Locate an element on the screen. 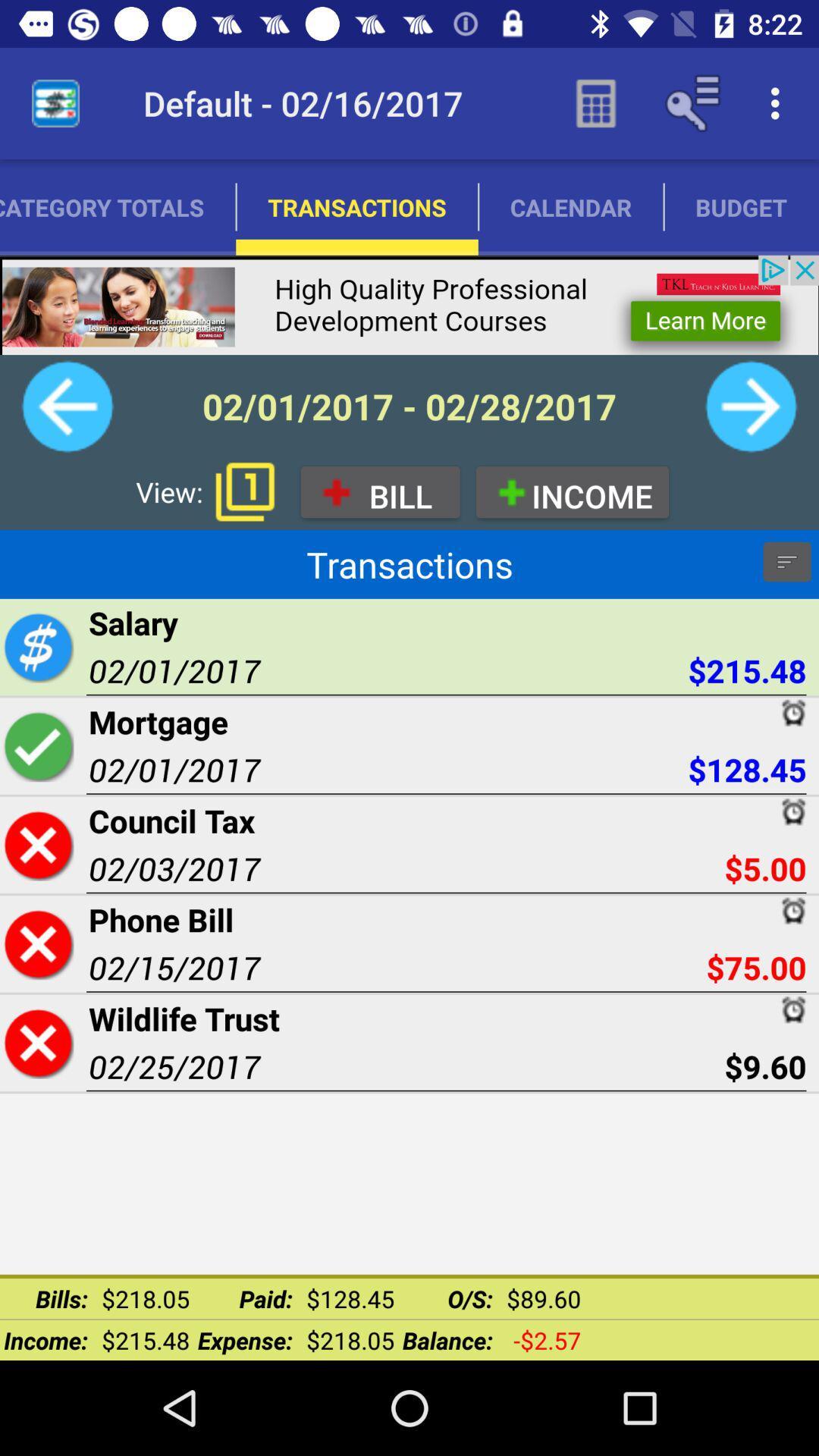 The height and width of the screenshot is (1456, 819). back is located at coordinates (67, 406).